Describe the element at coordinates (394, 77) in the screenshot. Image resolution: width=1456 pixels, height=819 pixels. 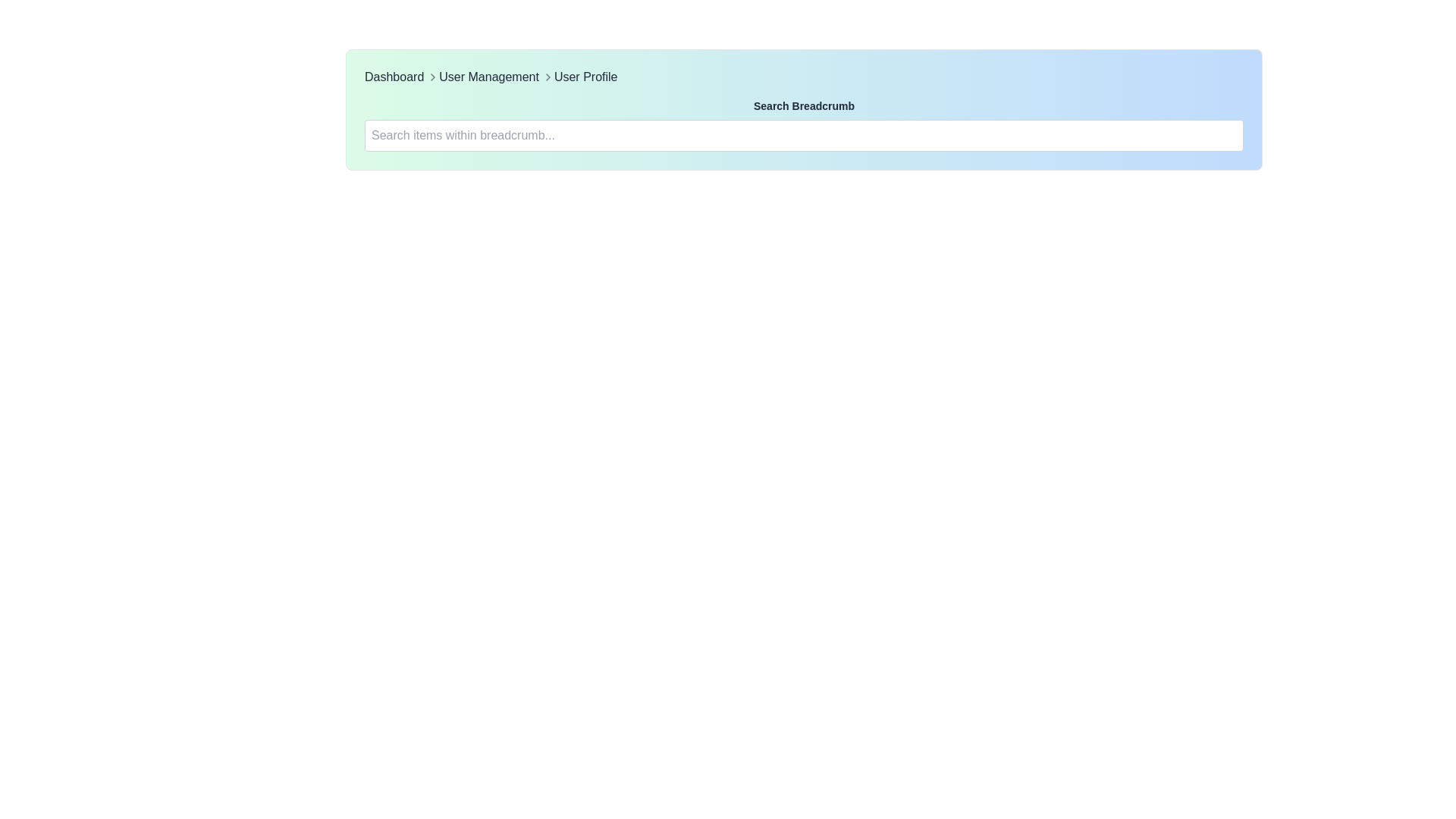
I see `the first hyperlink in the breadcrumb navigation bar` at that location.